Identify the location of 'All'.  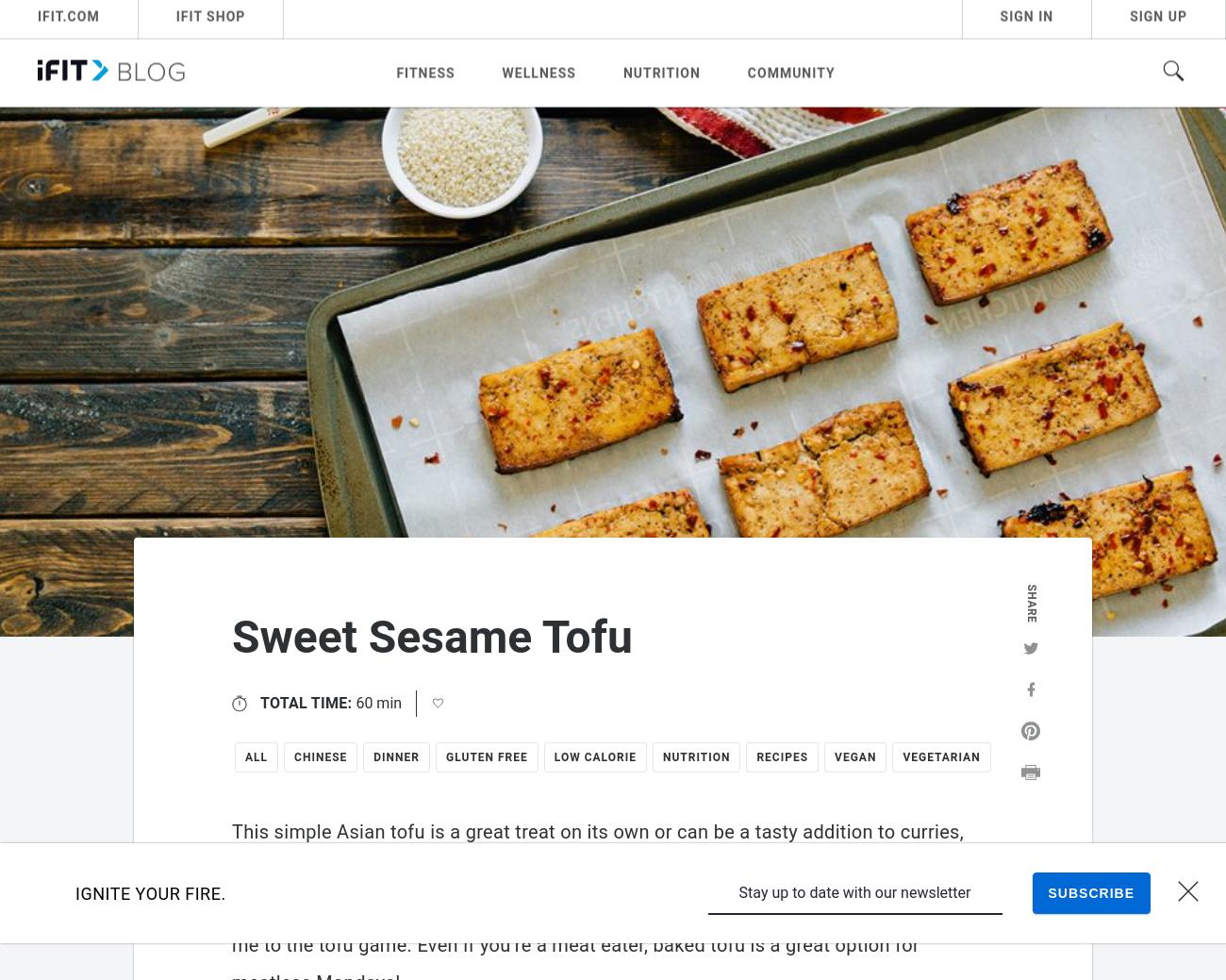
(255, 756).